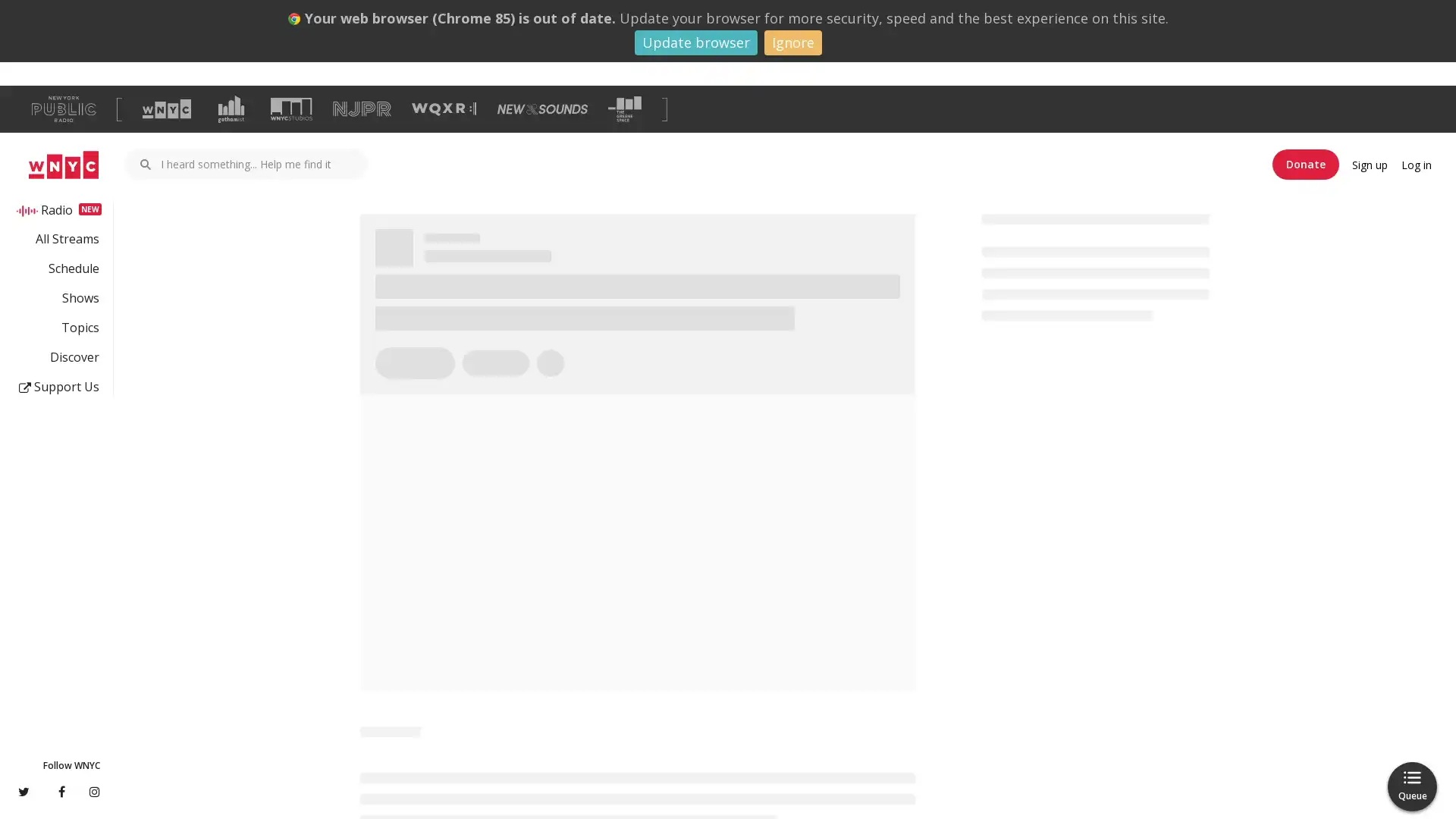 The image size is (1456, 819). Describe the element at coordinates (438, 341) in the screenshot. I see `Listen to The Case for Cooperative Businesses` at that location.